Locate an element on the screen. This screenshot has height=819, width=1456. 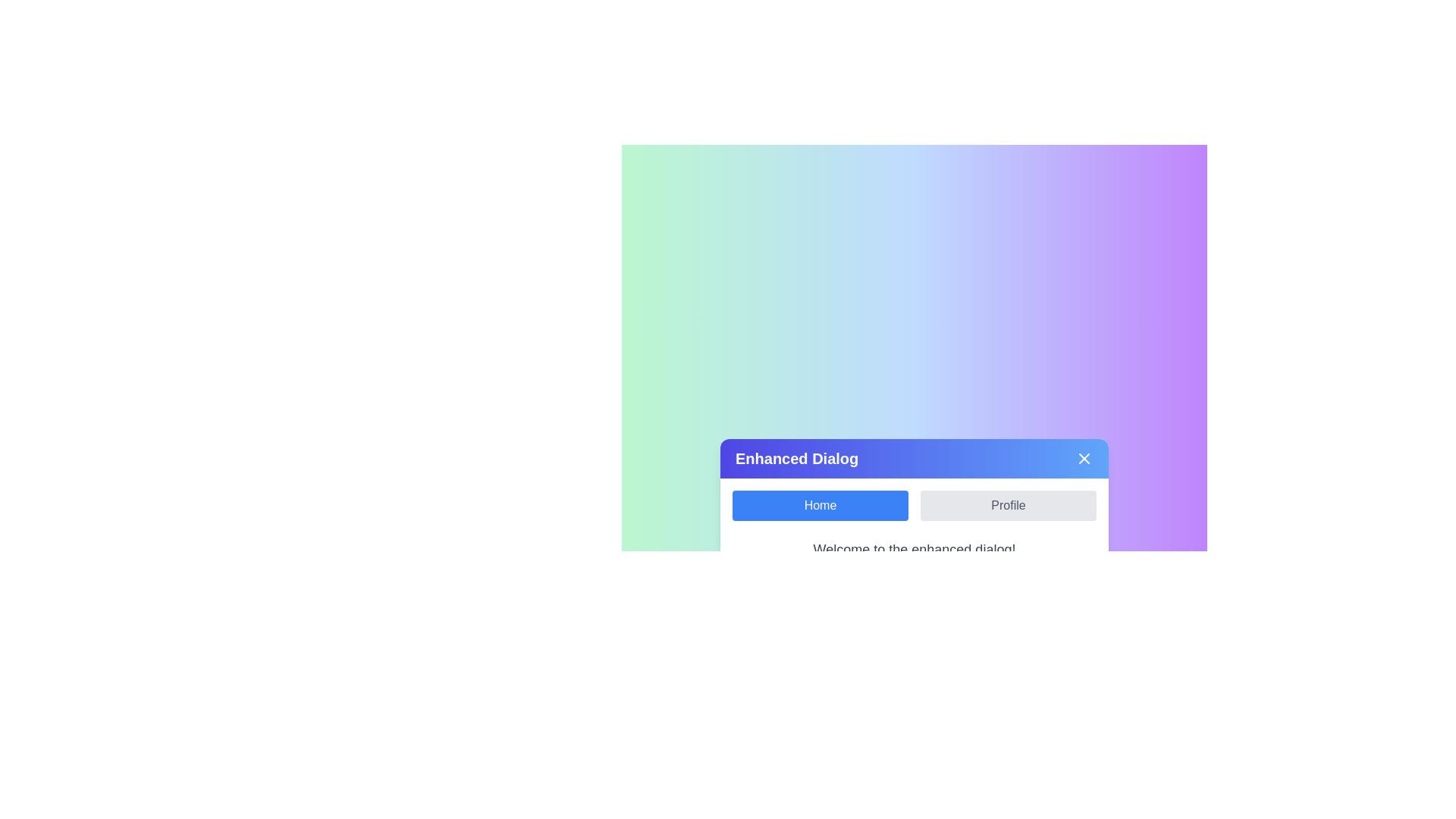
the 'Enhanced Dialog' text label which is styled with a large bold font and is located in the header section with a gradient blue background is located at coordinates (796, 458).